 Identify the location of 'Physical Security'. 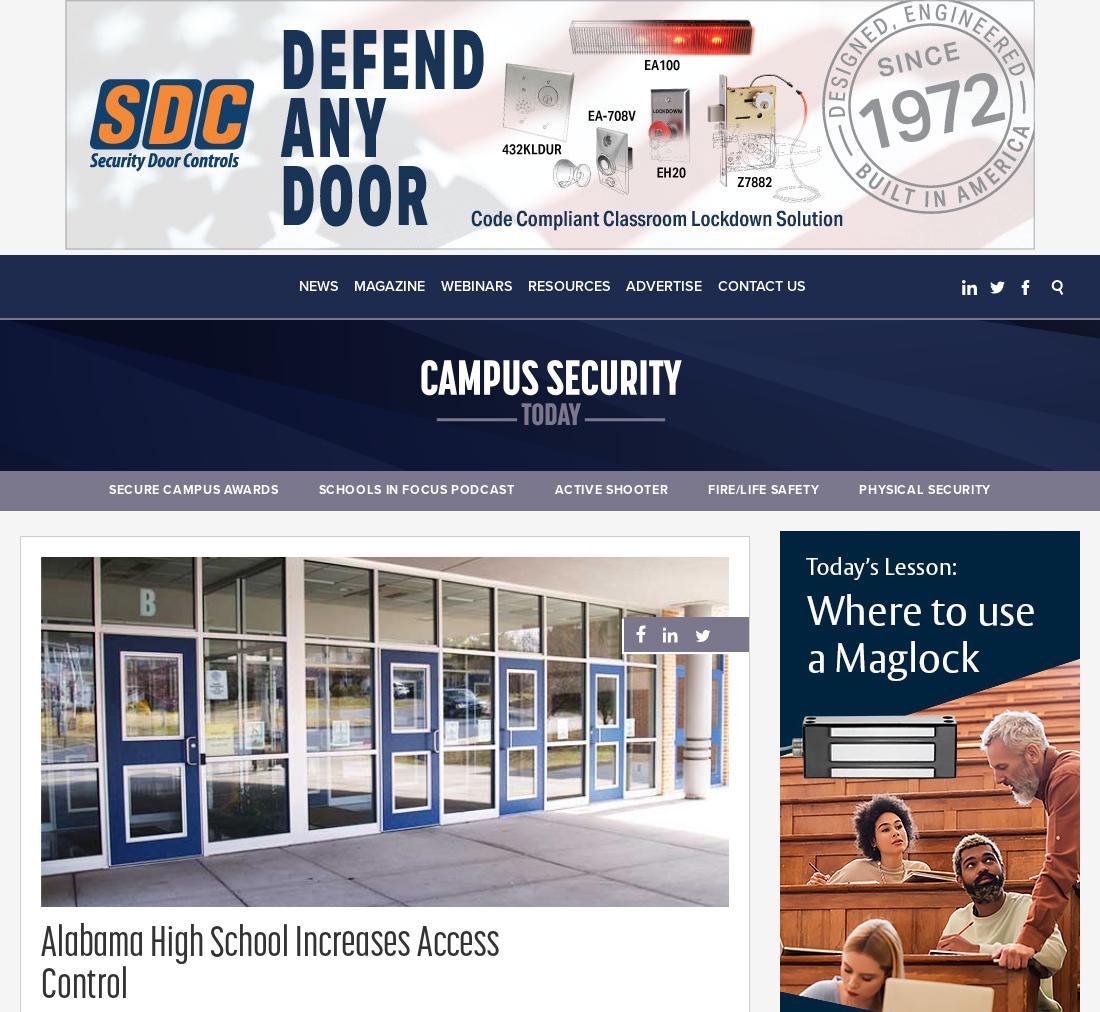
(857, 490).